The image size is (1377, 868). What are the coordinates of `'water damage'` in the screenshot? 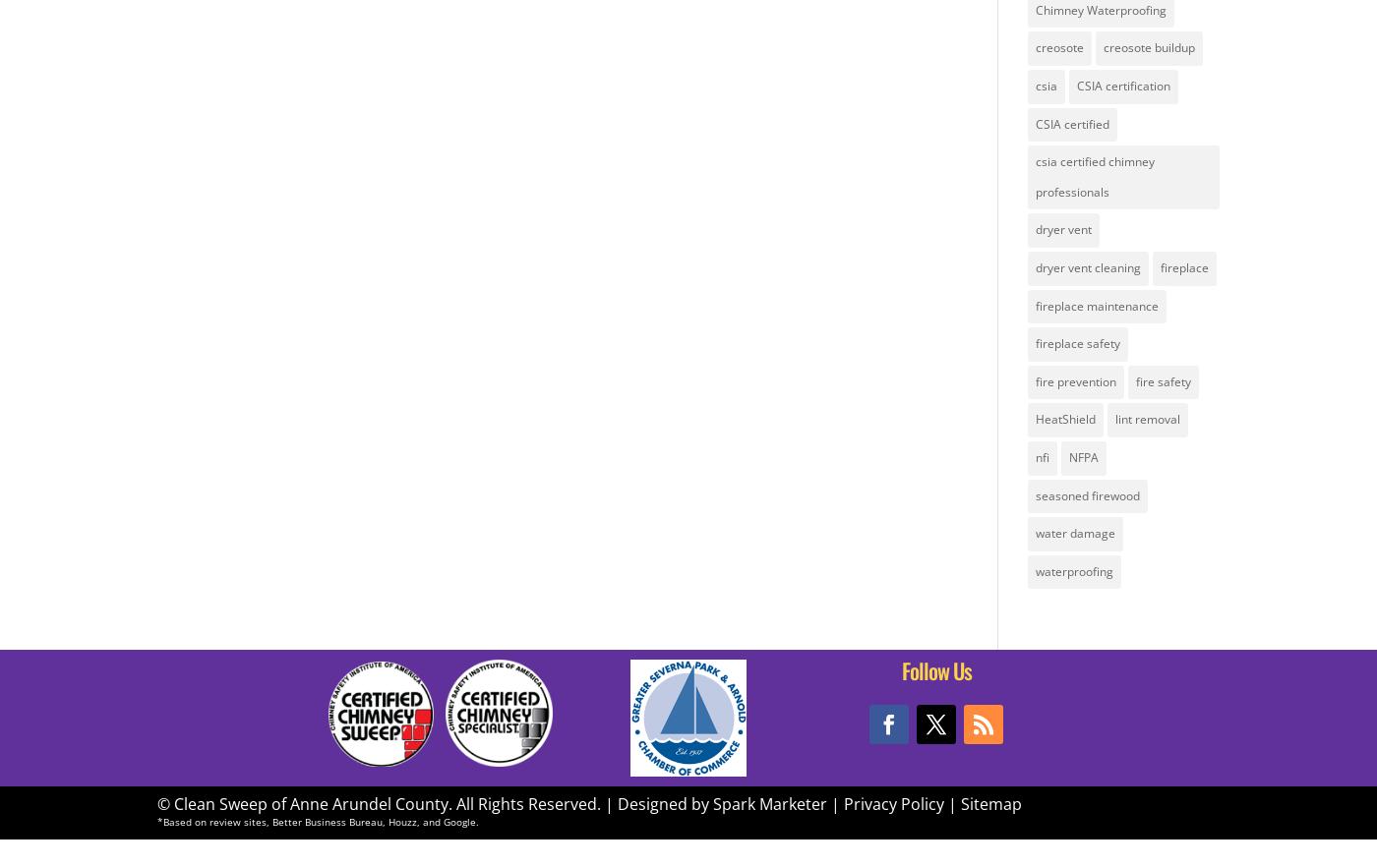 It's located at (1074, 532).